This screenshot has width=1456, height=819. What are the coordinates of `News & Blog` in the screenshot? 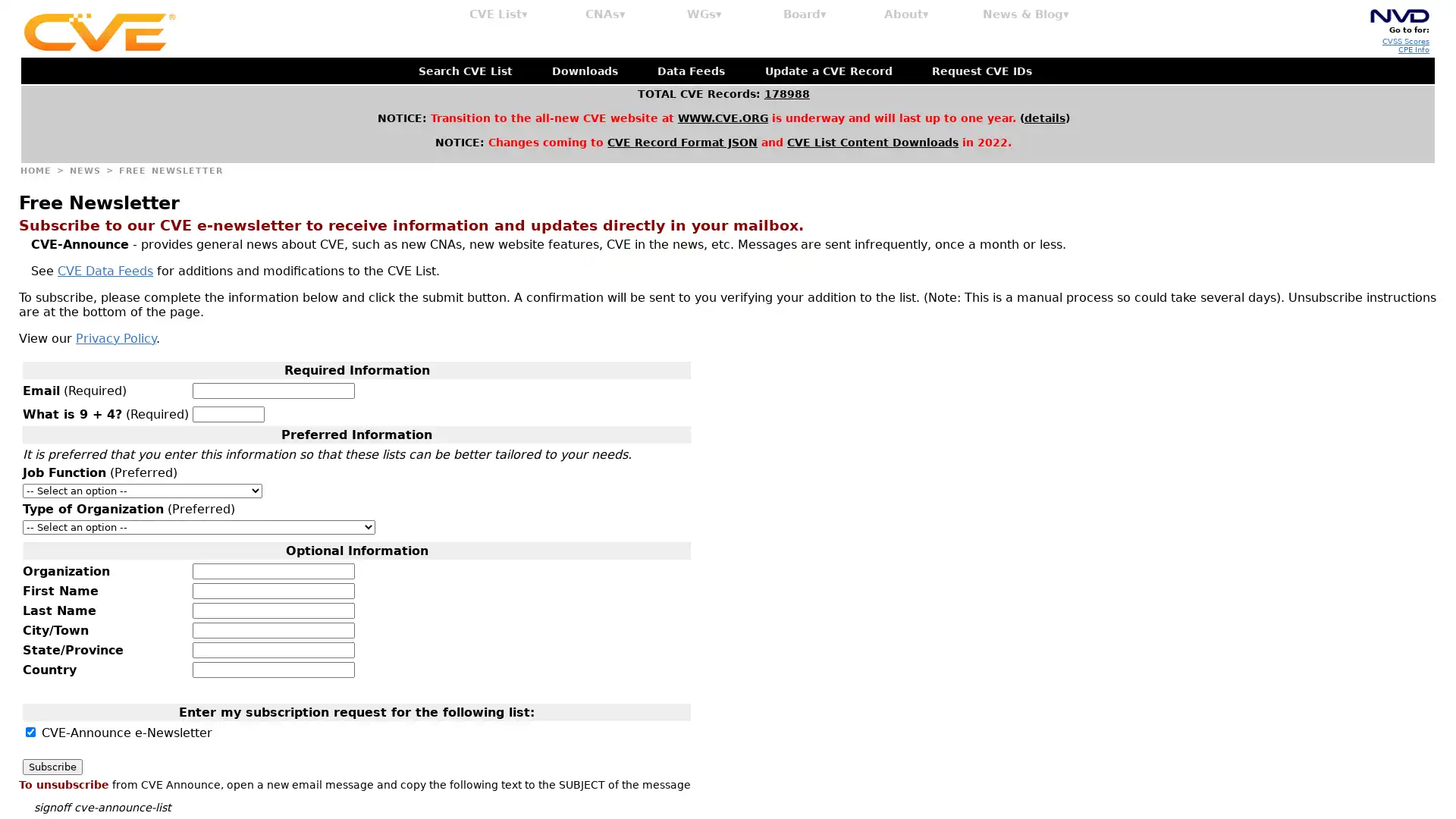 It's located at (1026, 14).